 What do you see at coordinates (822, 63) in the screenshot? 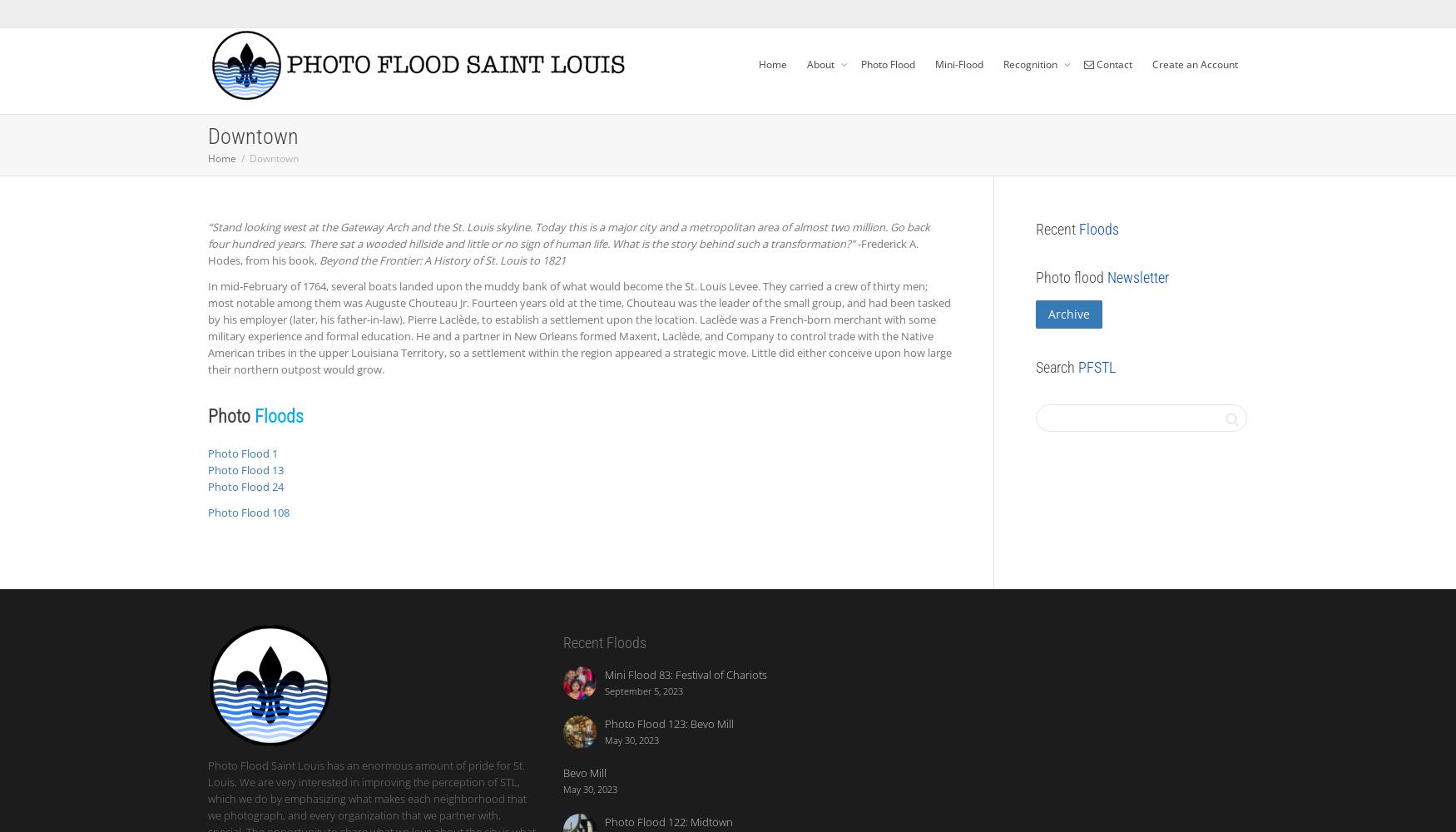
I see `'About'` at bounding box center [822, 63].